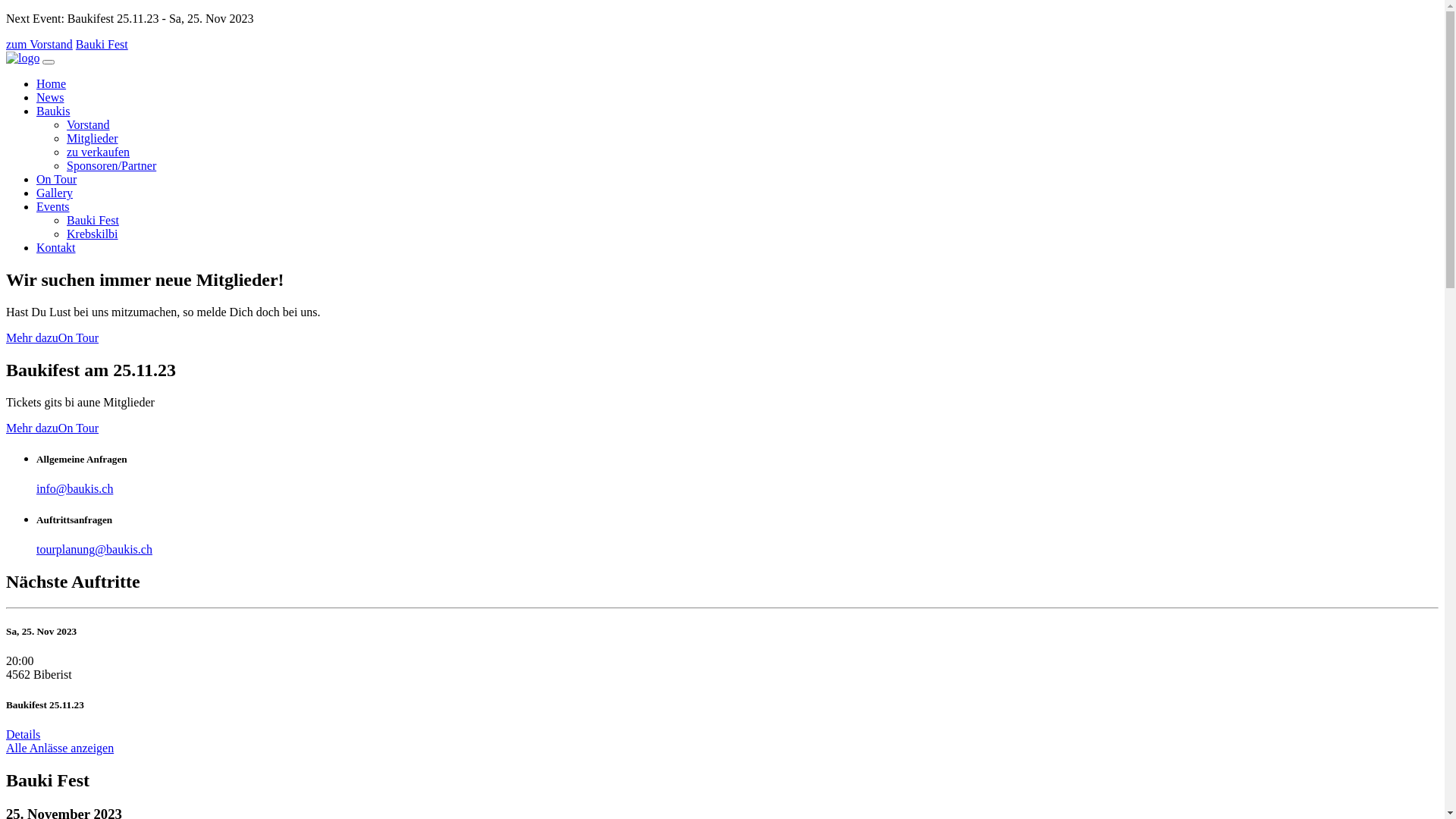 This screenshot has height=819, width=1456. I want to click on 'Sponsoren/Partner', so click(65, 165).